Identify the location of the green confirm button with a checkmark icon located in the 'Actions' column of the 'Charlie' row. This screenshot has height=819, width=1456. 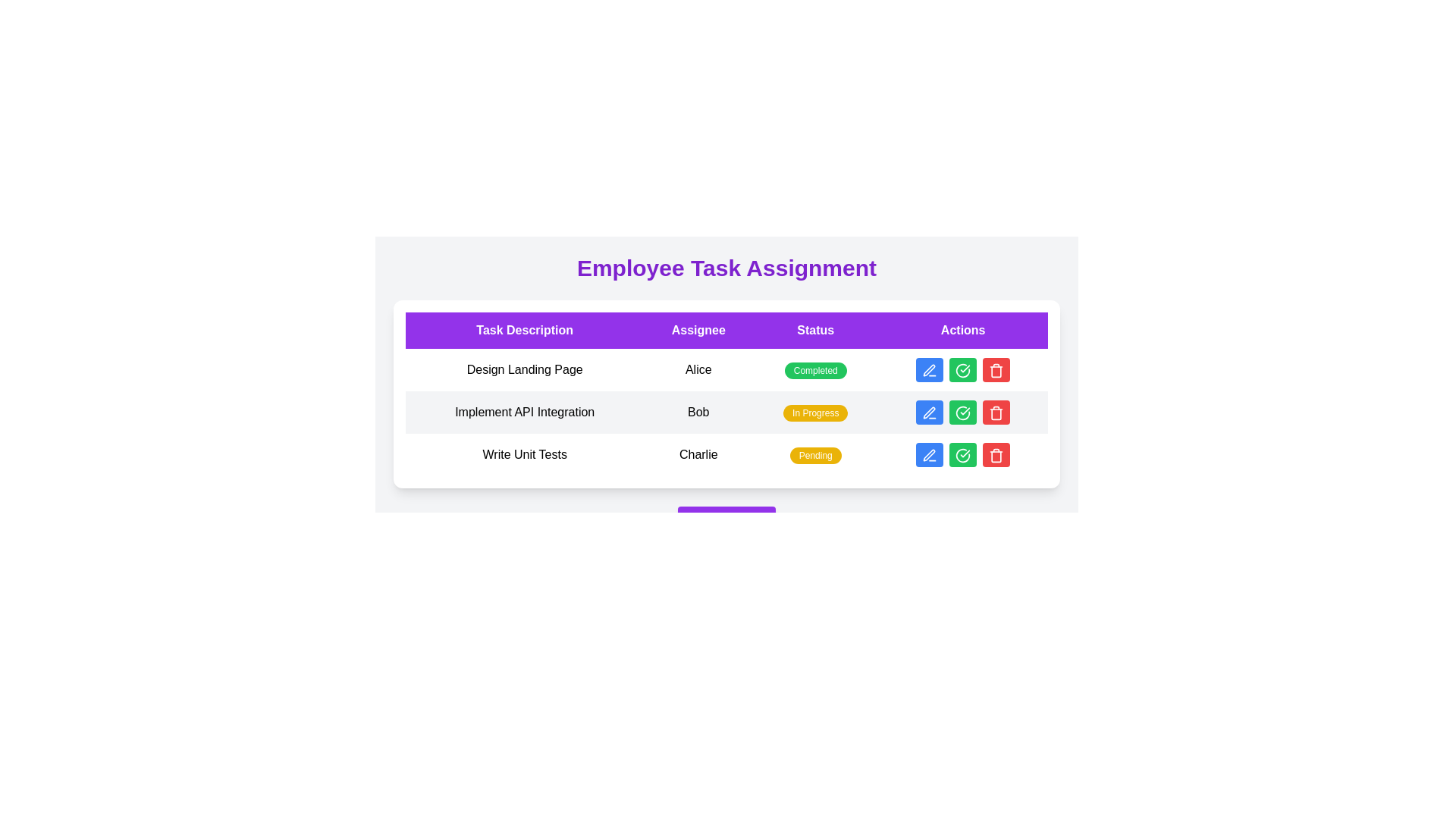
(962, 454).